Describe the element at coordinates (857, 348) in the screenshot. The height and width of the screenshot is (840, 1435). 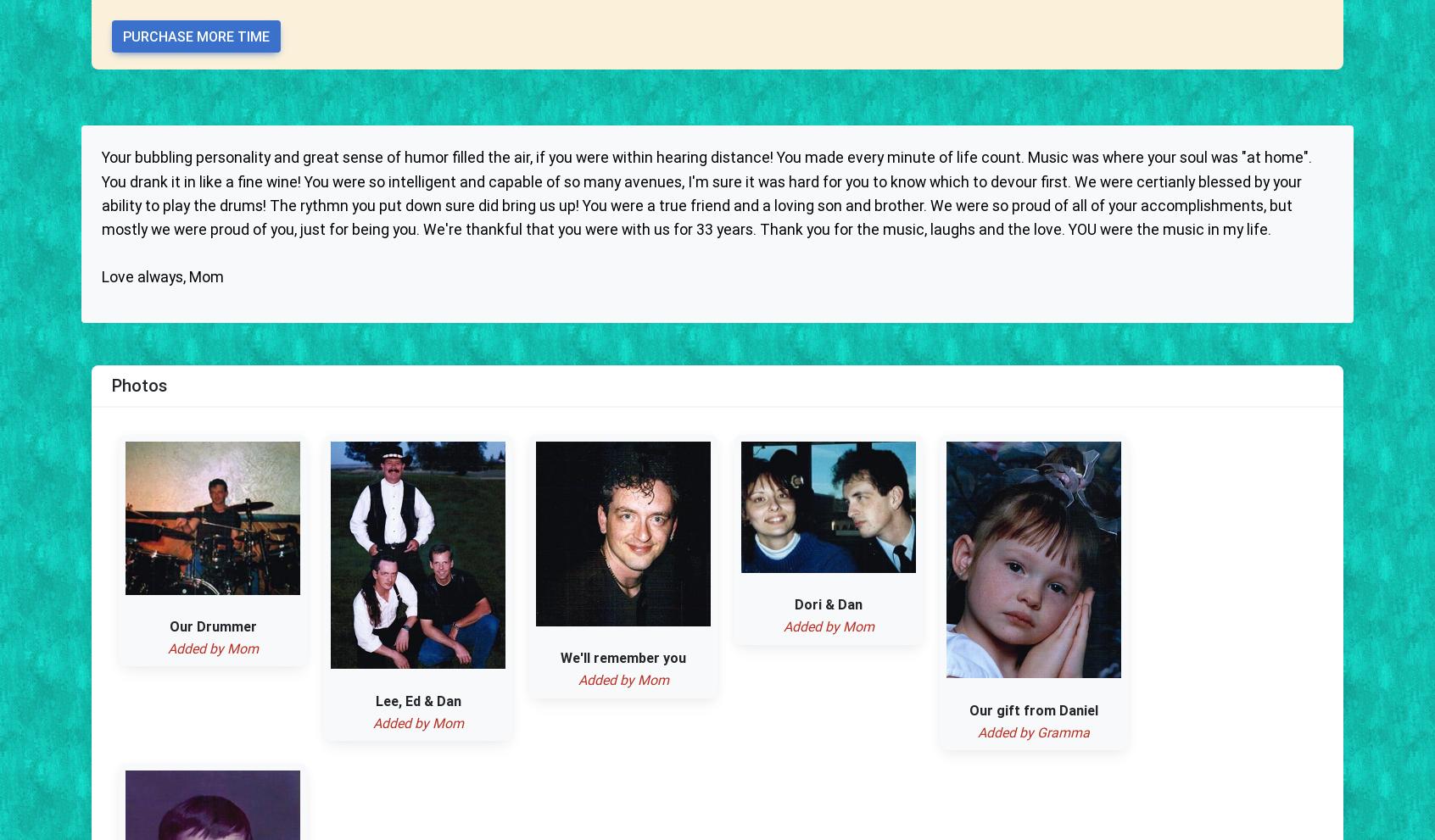
I see `'Email Address Changes'` at that location.